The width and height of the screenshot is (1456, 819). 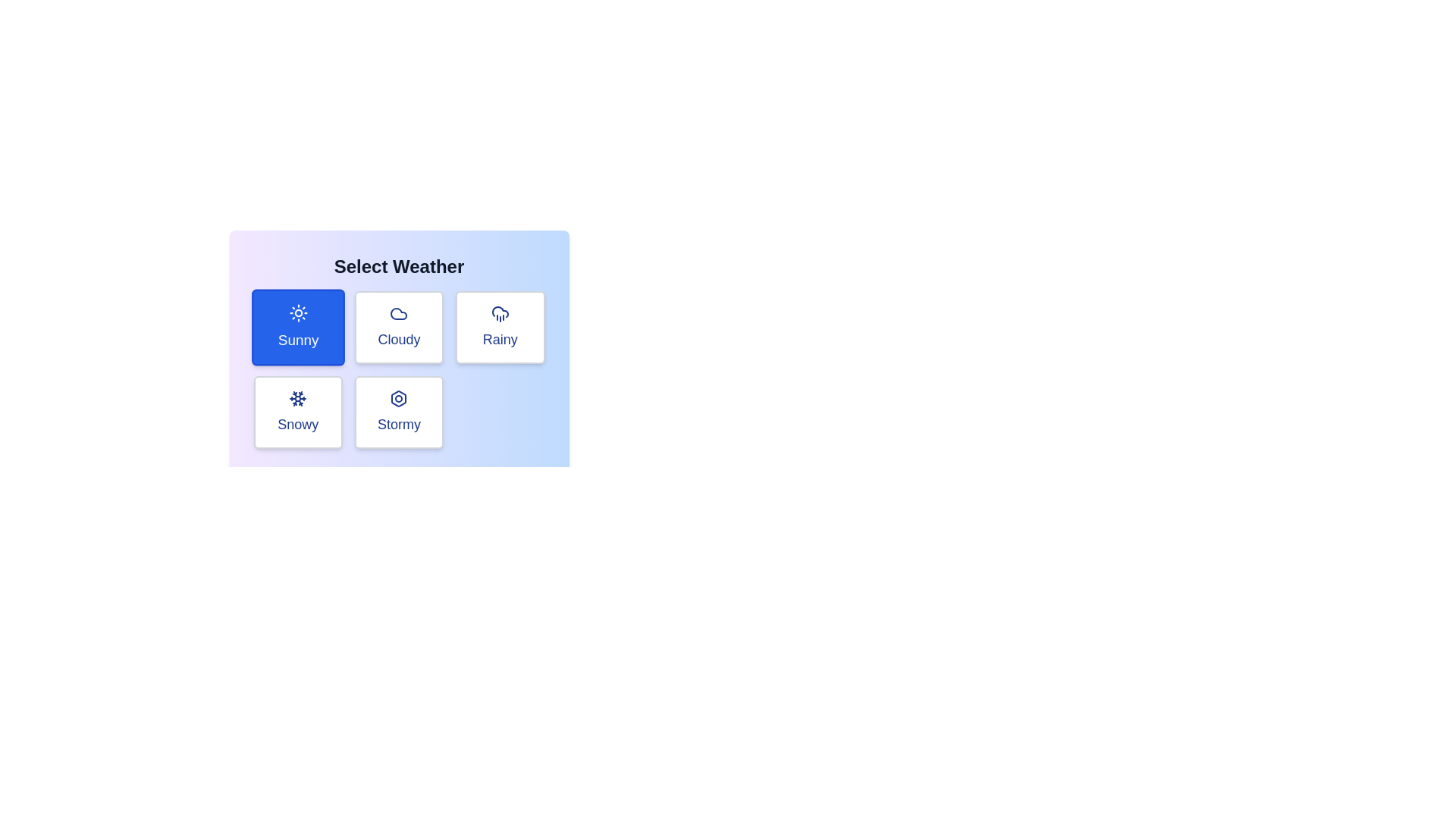 I want to click on the storm icon labeled 'Stormy', which is located in the second row under the weather selection options in the rightmost box, so click(x=399, y=397).